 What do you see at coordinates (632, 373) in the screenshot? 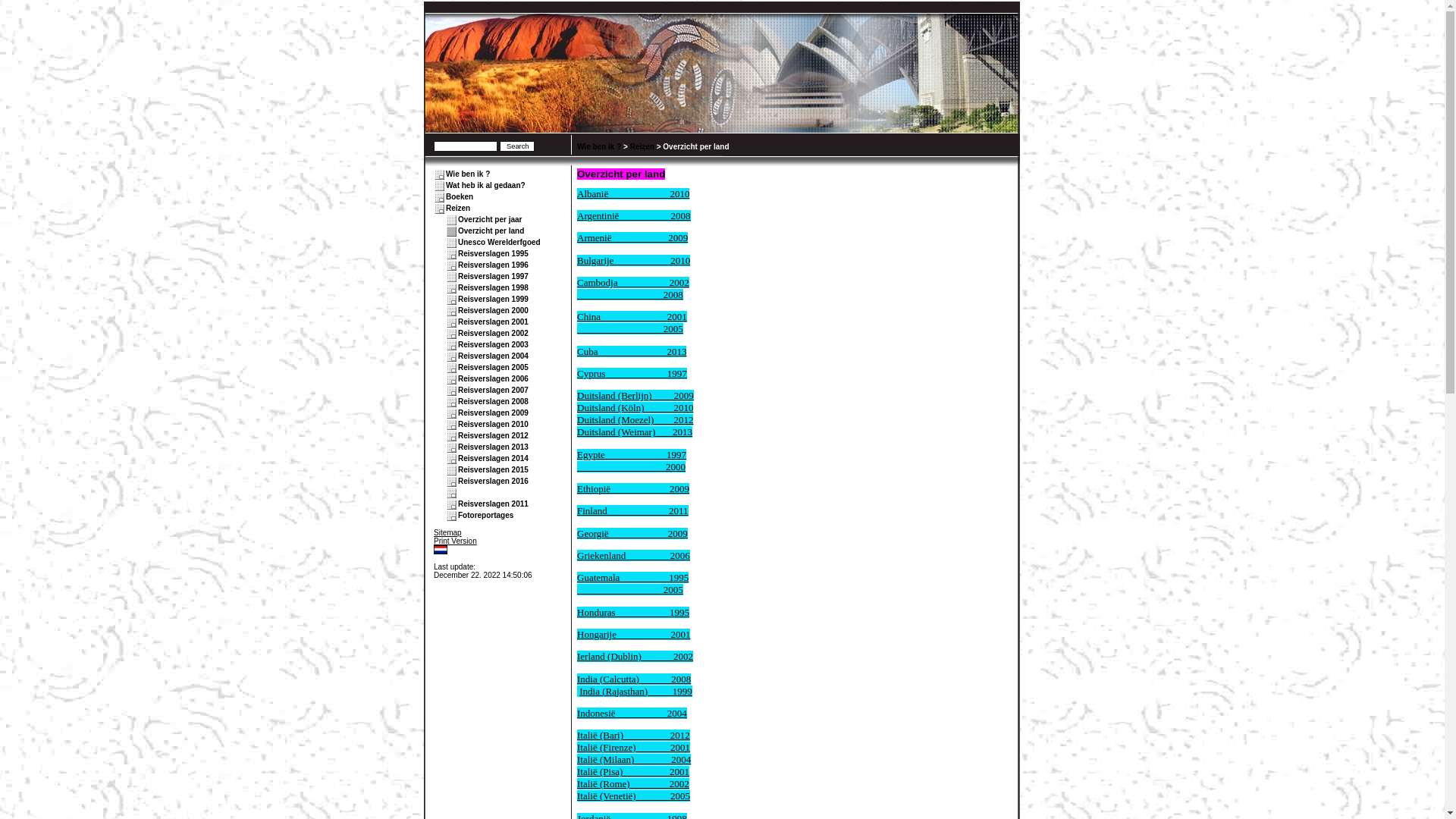
I see `'Cyprus                         1997'` at bounding box center [632, 373].